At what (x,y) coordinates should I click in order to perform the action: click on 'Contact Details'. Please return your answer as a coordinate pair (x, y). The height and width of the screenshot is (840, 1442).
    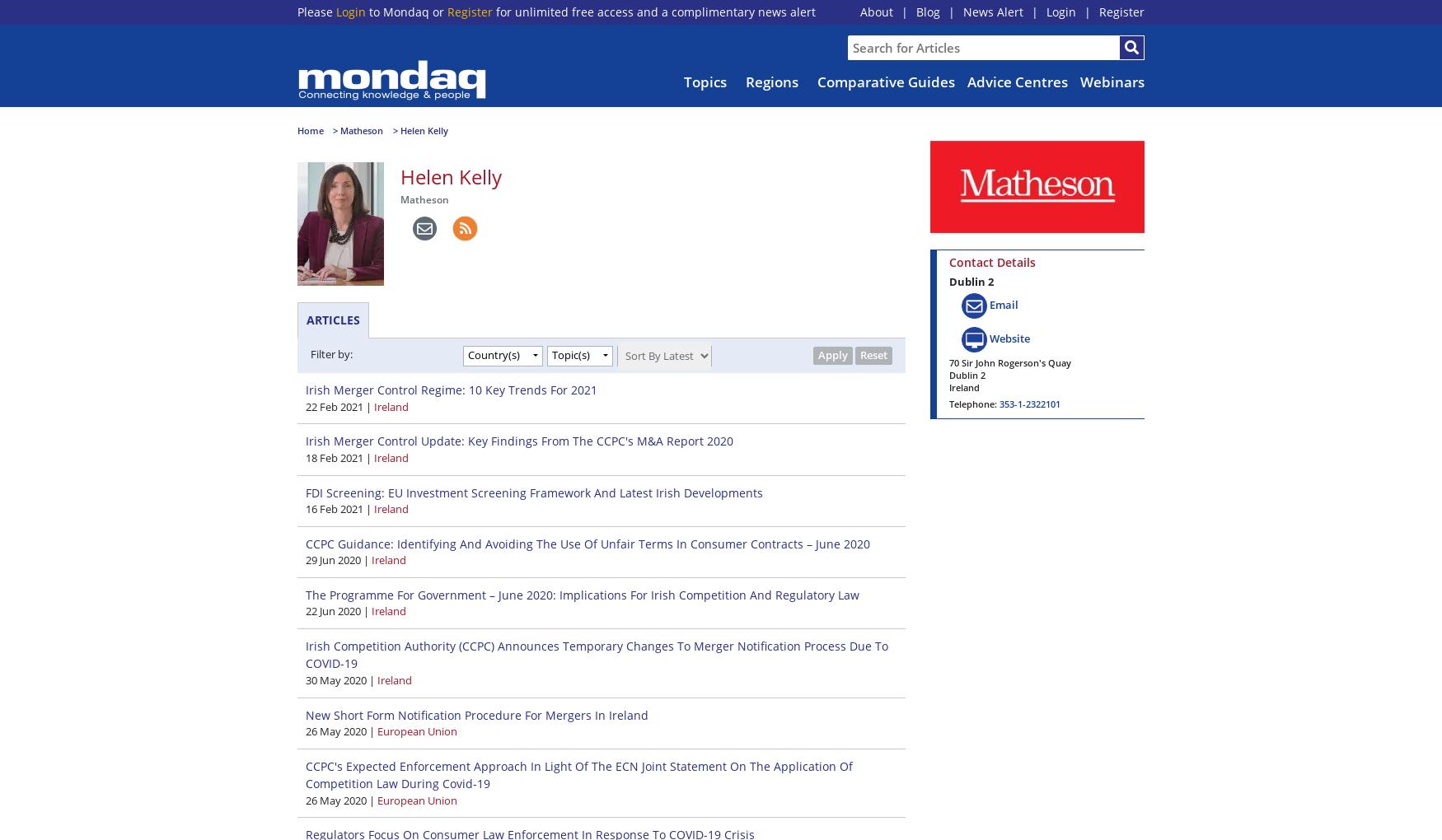
    Looking at the image, I should click on (992, 261).